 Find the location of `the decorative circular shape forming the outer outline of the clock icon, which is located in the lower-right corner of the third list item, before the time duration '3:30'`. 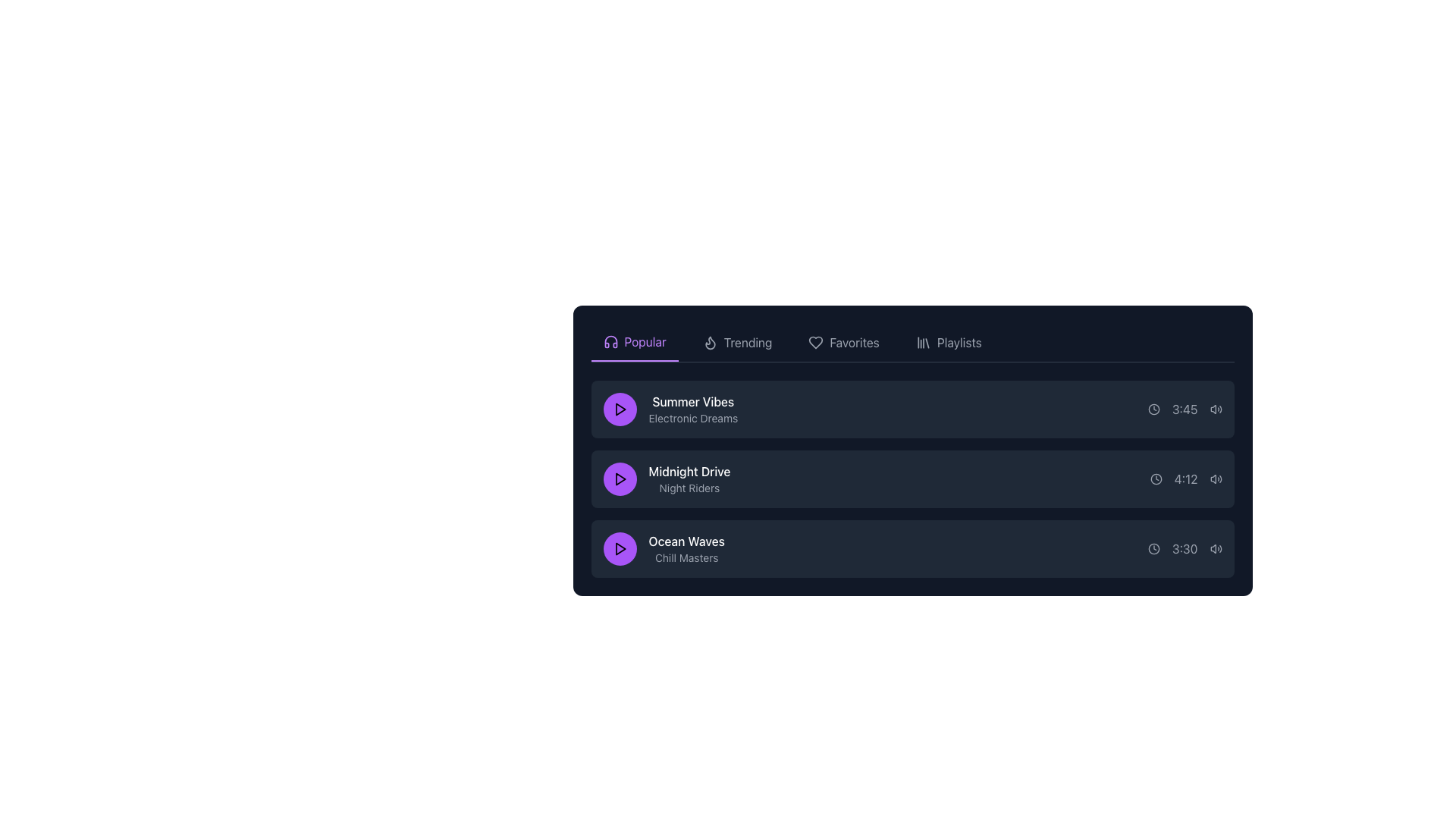

the decorative circular shape forming the outer outline of the clock icon, which is located in the lower-right corner of the third list item, before the time duration '3:30' is located at coordinates (1153, 549).